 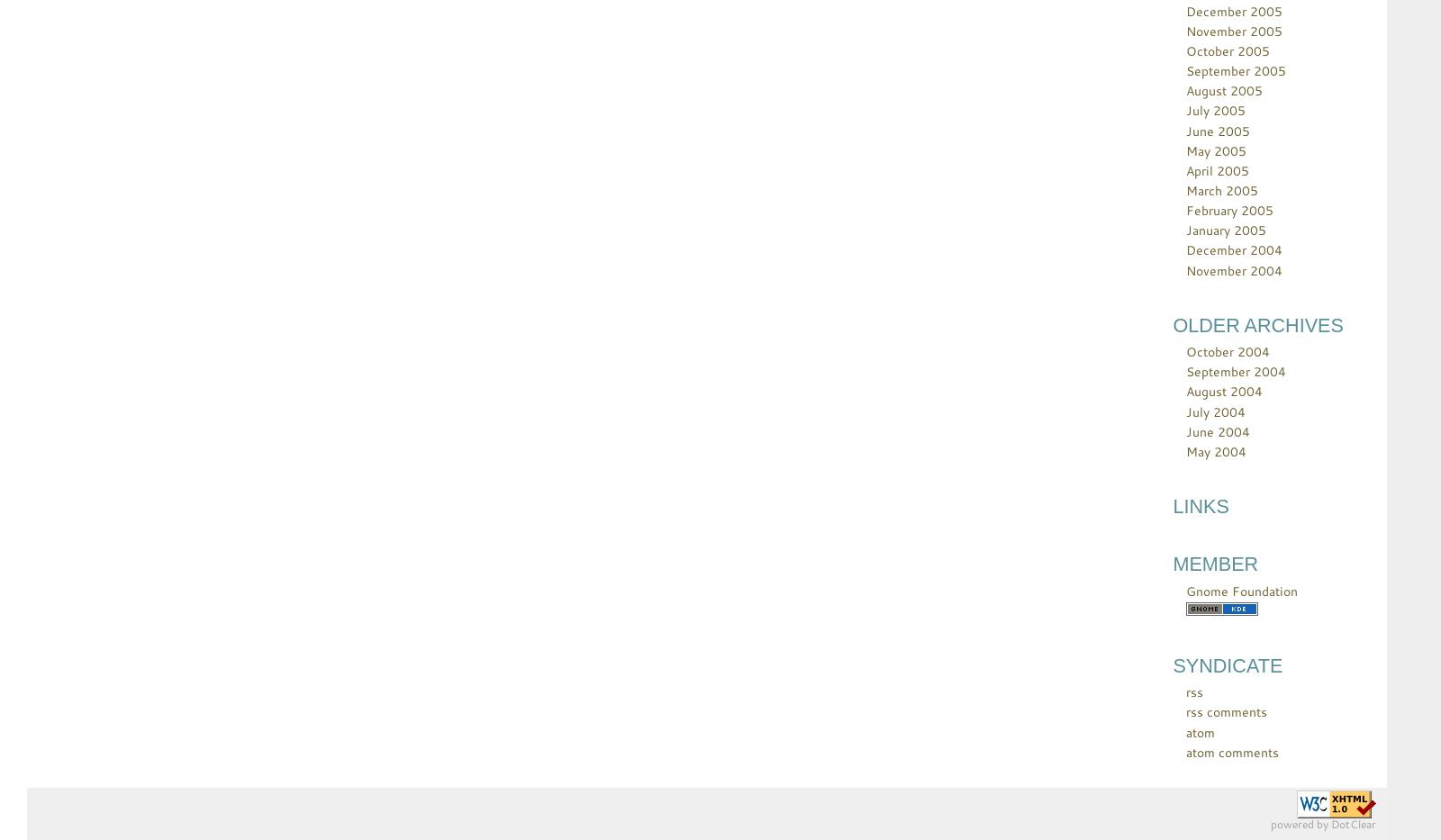 What do you see at coordinates (1184, 90) in the screenshot?
I see `'August 2005'` at bounding box center [1184, 90].